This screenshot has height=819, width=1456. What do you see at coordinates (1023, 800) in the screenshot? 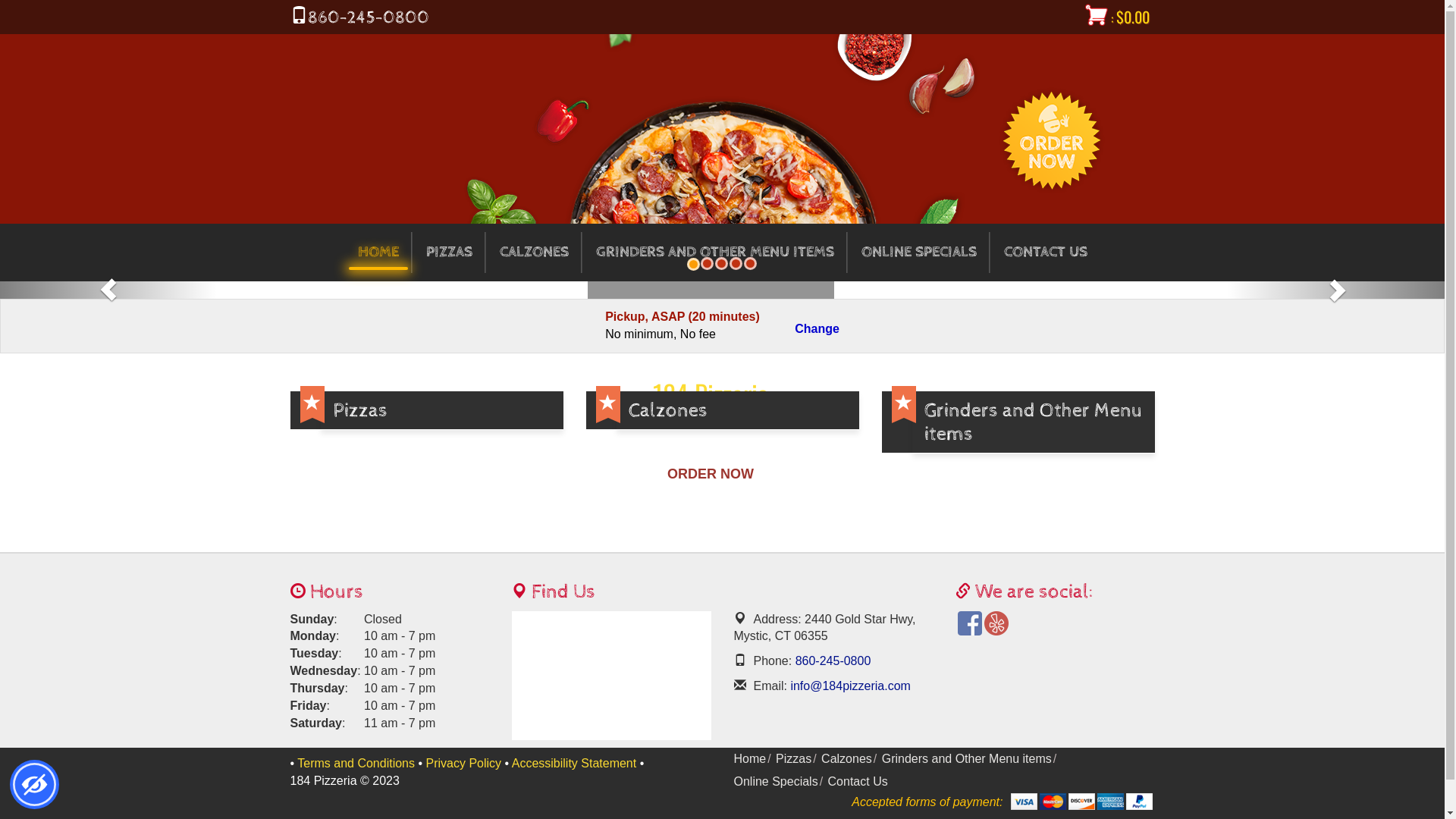
I see `'Visa'` at bounding box center [1023, 800].